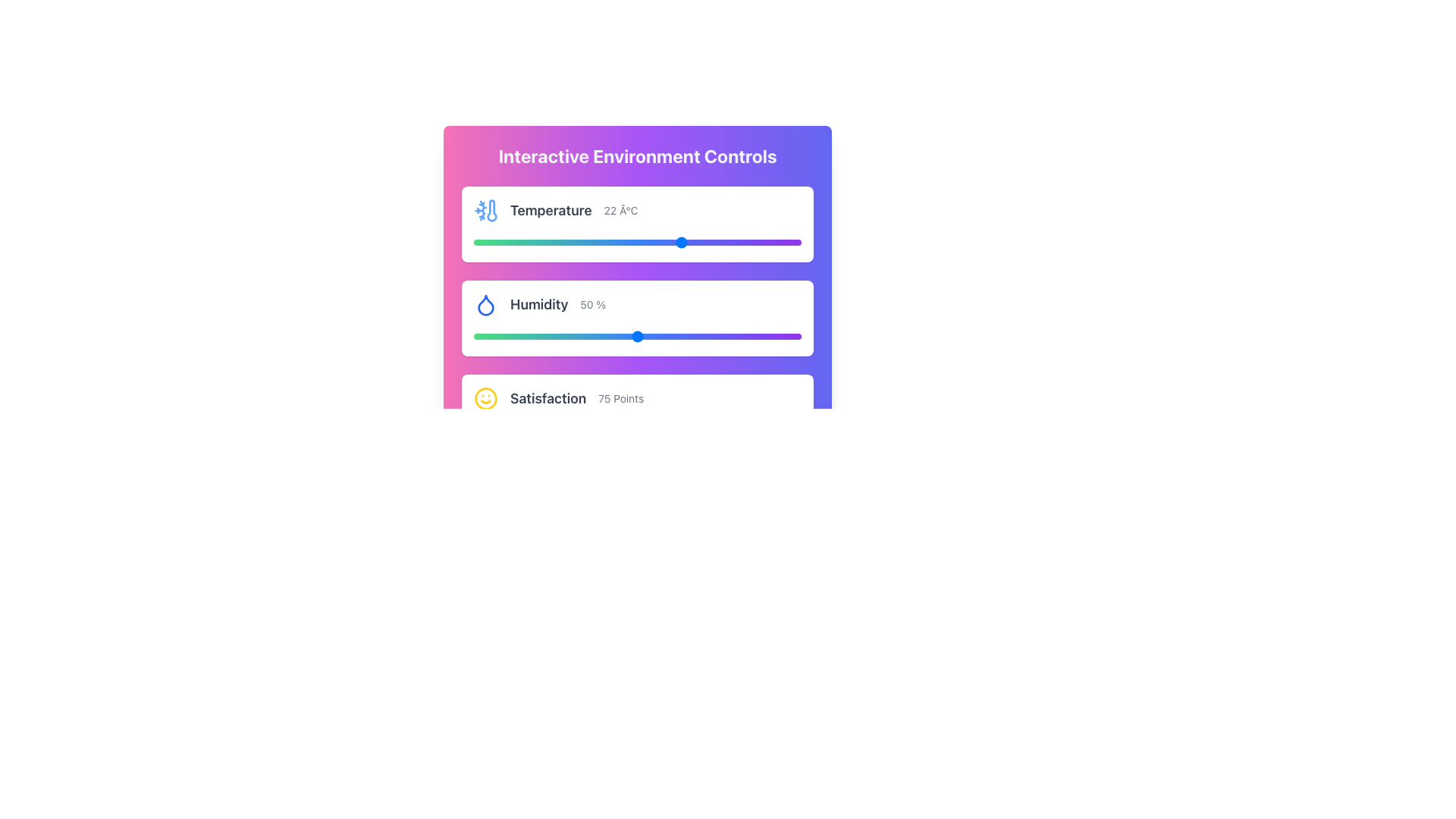  What do you see at coordinates (637, 155) in the screenshot?
I see `the prominently displayed textual header that reads 'Interactive Environment Controls', which is styled in bold, large light gray text and located at the top of the gradient background` at bounding box center [637, 155].